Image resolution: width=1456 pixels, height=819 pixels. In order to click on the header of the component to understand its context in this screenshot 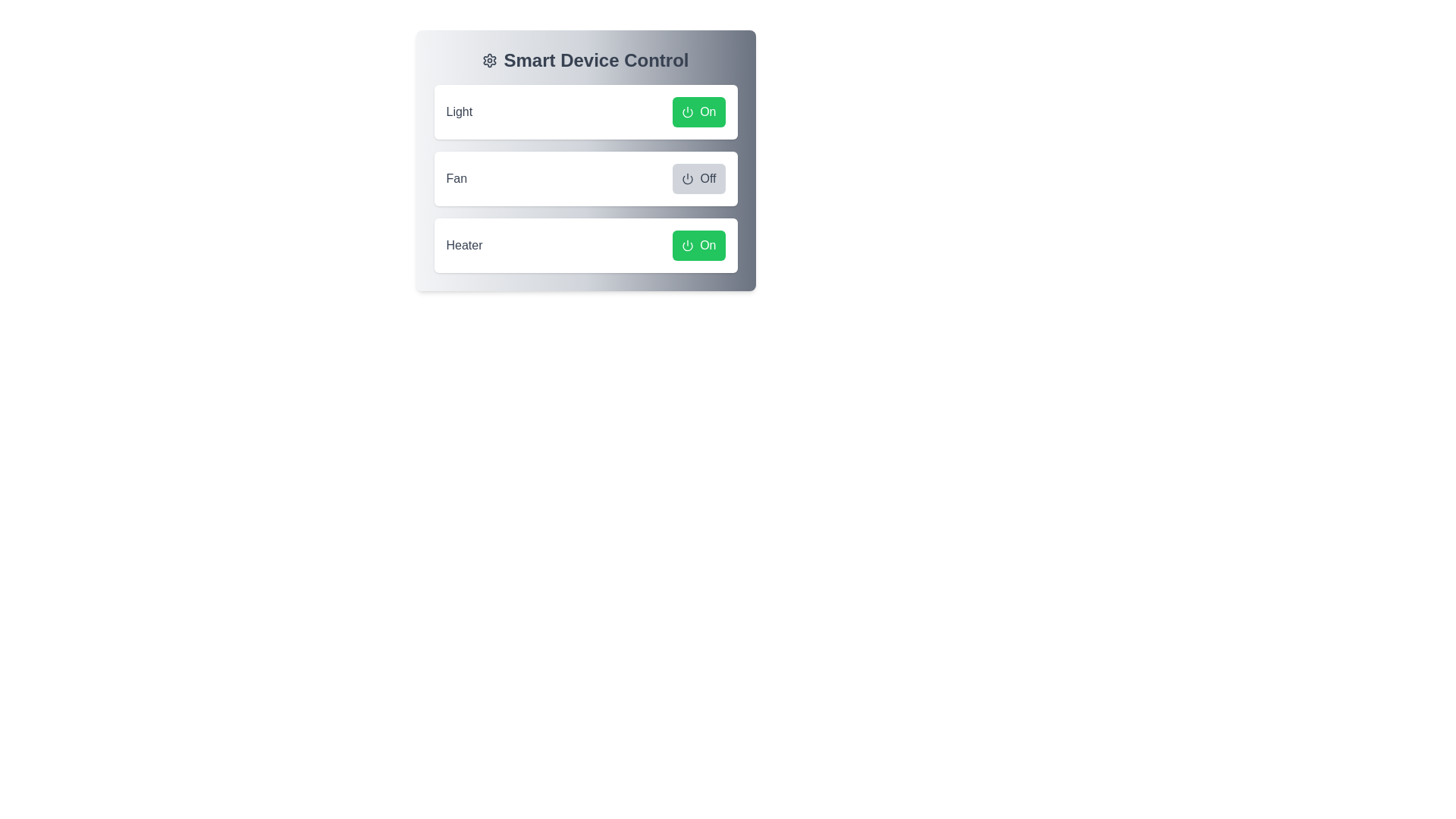, I will do `click(585, 60)`.